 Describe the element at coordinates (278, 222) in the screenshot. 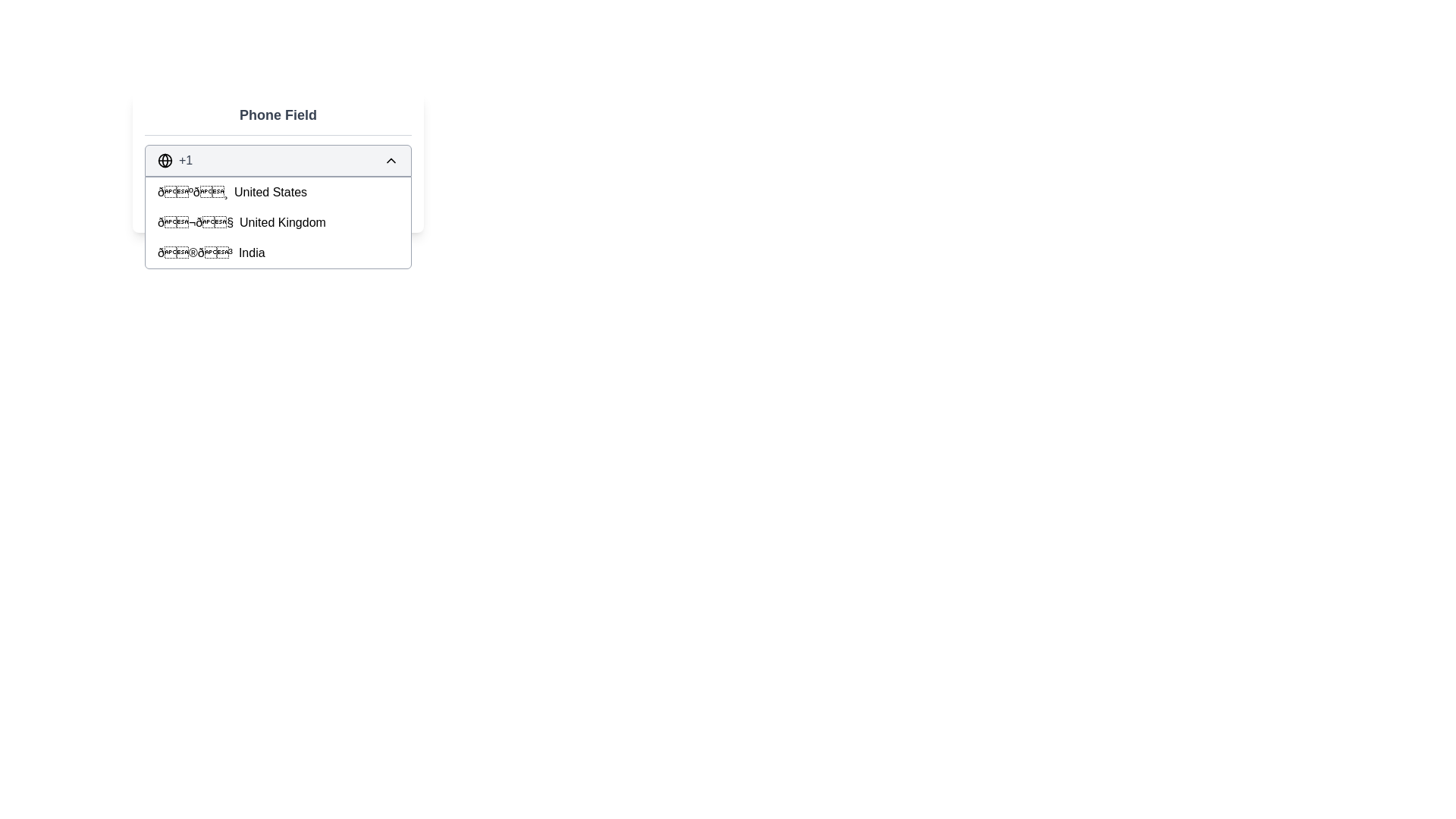

I see `the option labeled 'United Kingdom' in the dropdown list` at that location.